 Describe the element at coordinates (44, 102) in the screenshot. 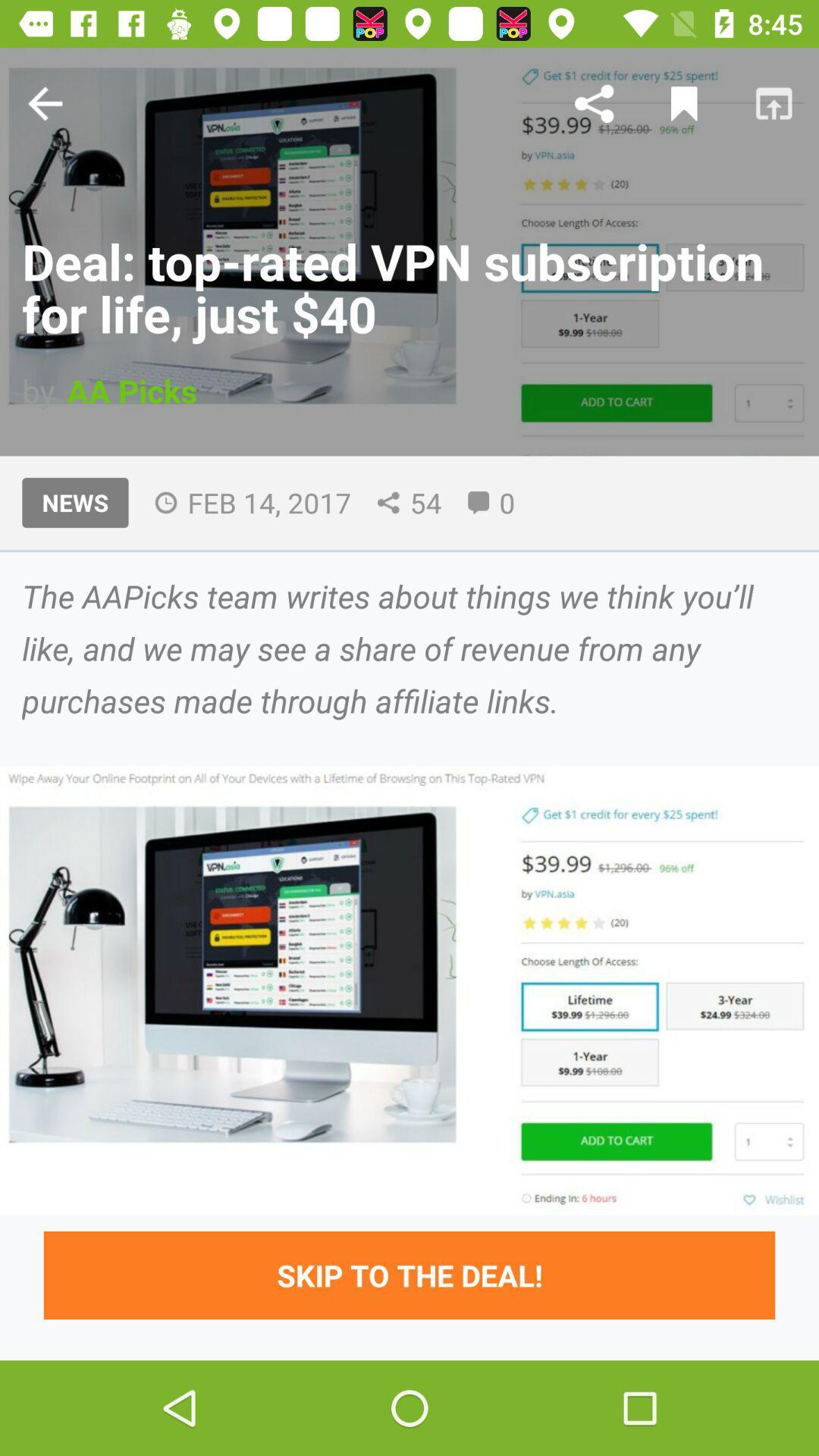

I see `the arrow_backward icon` at that location.